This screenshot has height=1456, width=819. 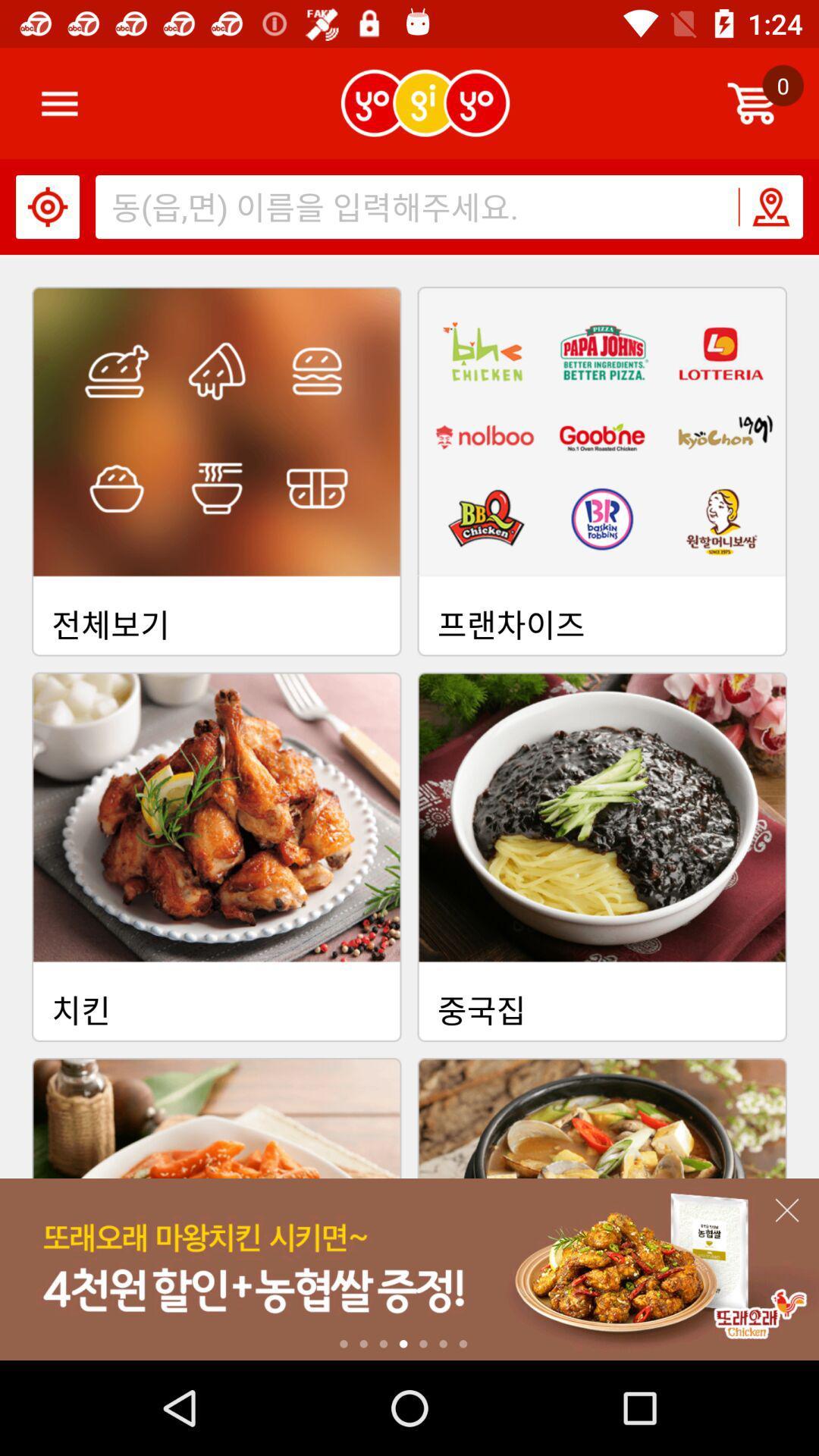 What do you see at coordinates (786, 1210) in the screenshot?
I see `the close icon` at bounding box center [786, 1210].